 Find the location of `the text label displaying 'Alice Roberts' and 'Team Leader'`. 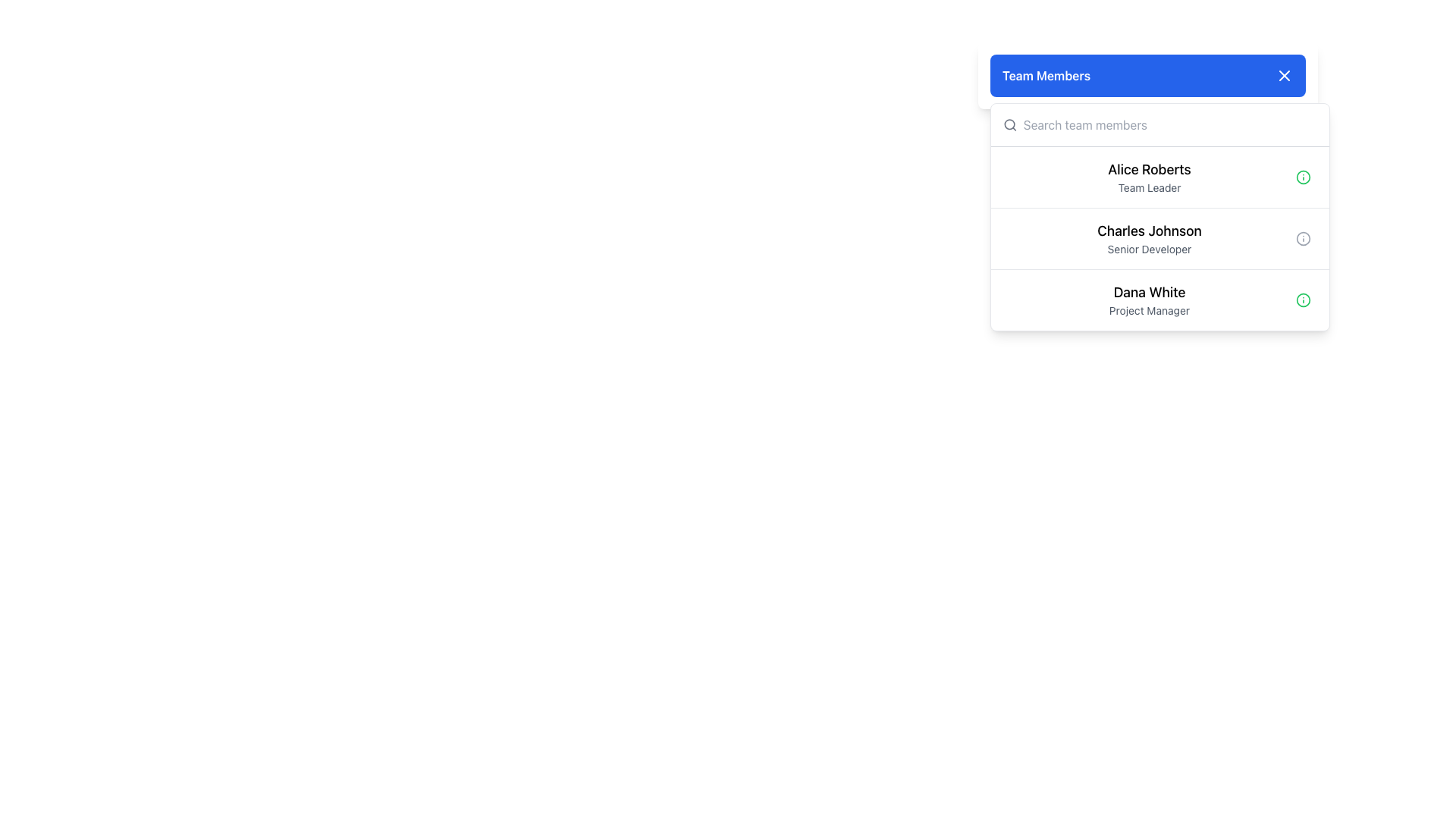

the text label displaying 'Alice Roberts' and 'Team Leader' is located at coordinates (1150, 177).